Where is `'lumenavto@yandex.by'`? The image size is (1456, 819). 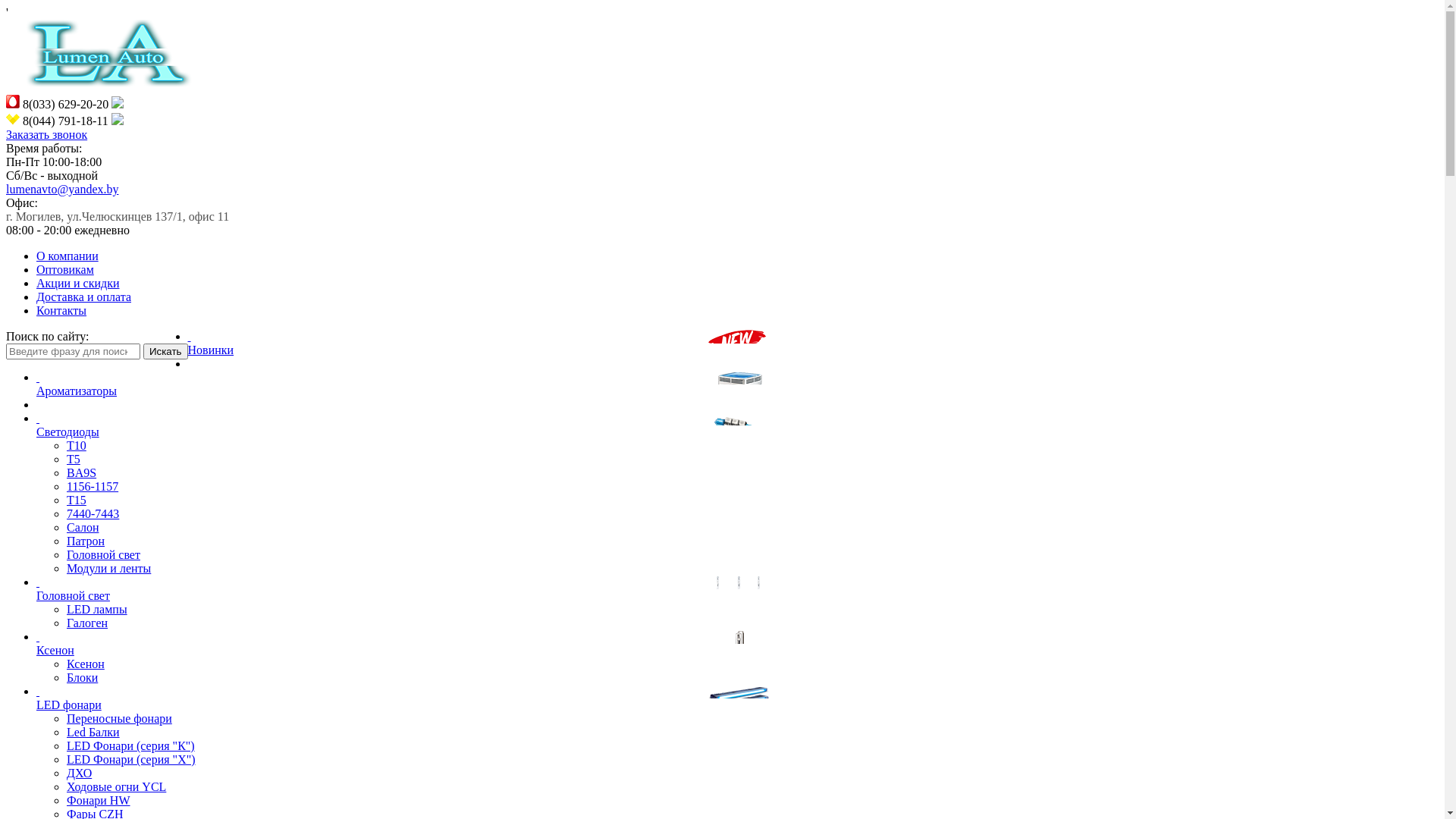 'lumenavto@yandex.by' is located at coordinates (61, 188).